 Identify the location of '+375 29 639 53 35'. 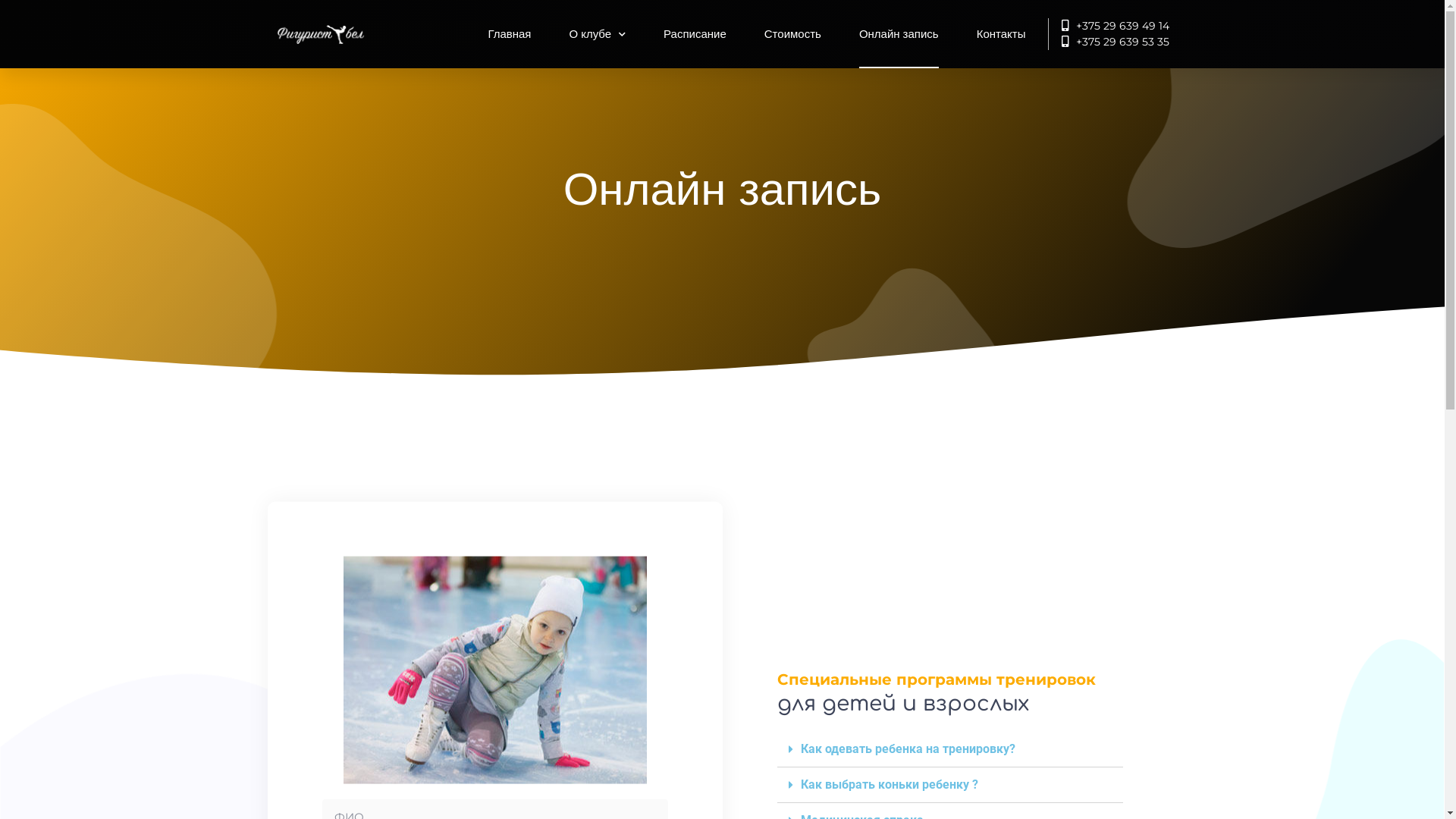
(1109, 41).